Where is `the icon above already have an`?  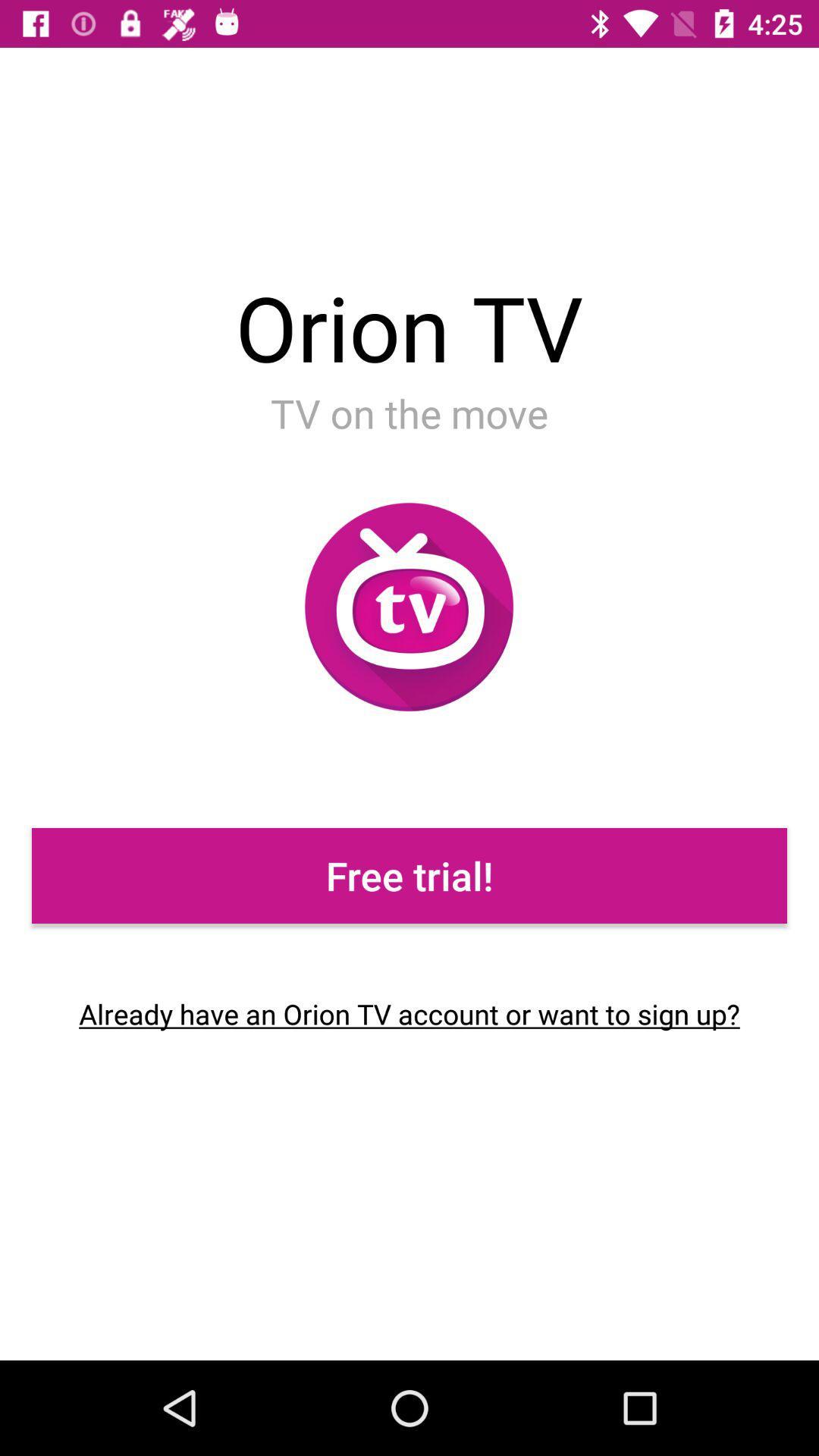 the icon above already have an is located at coordinates (409, 876).